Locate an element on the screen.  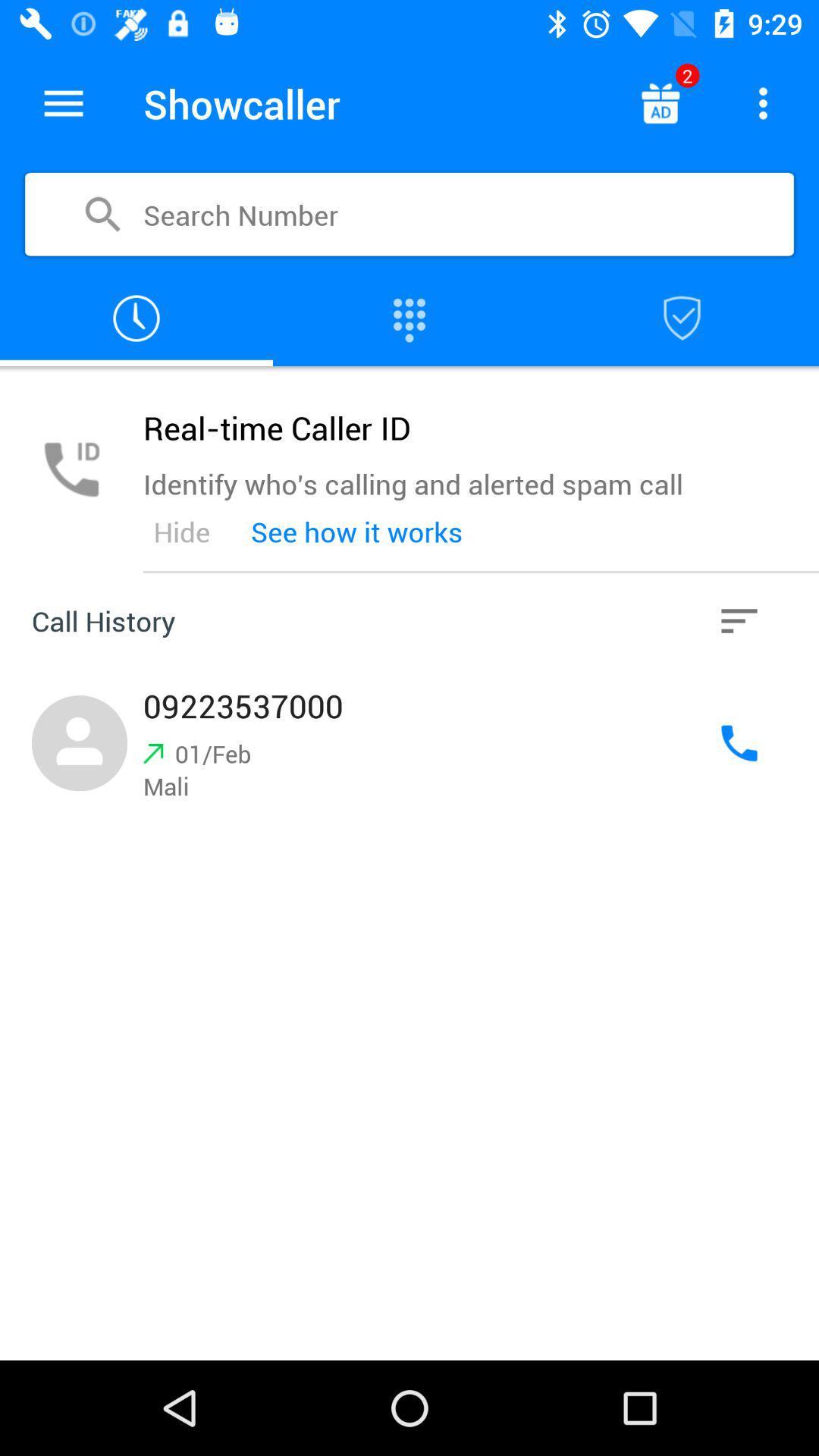
more options is located at coordinates (763, 102).